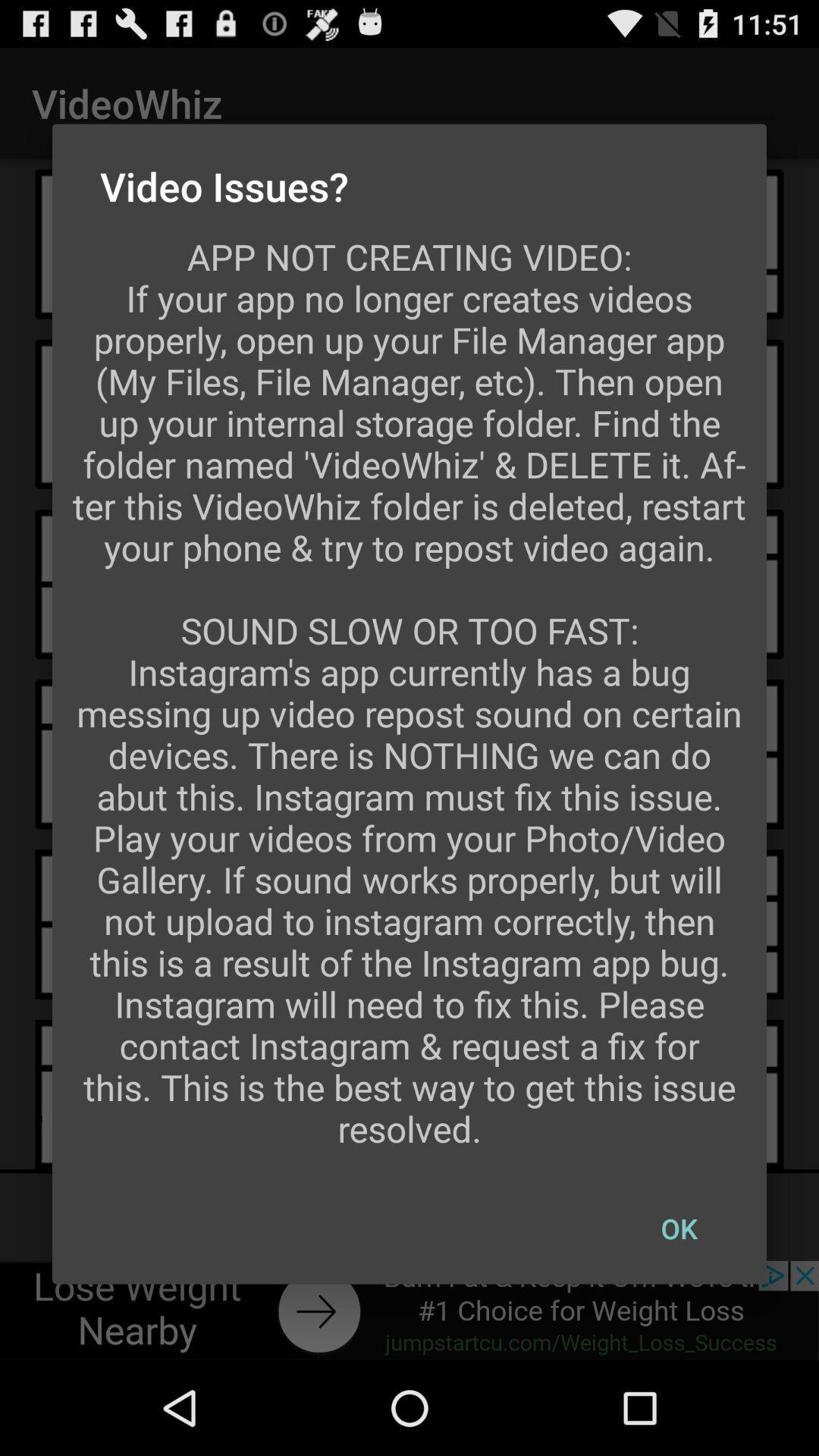 The height and width of the screenshot is (1456, 819). I want to click on ok at the bottom right corner, so click(678, 1228).